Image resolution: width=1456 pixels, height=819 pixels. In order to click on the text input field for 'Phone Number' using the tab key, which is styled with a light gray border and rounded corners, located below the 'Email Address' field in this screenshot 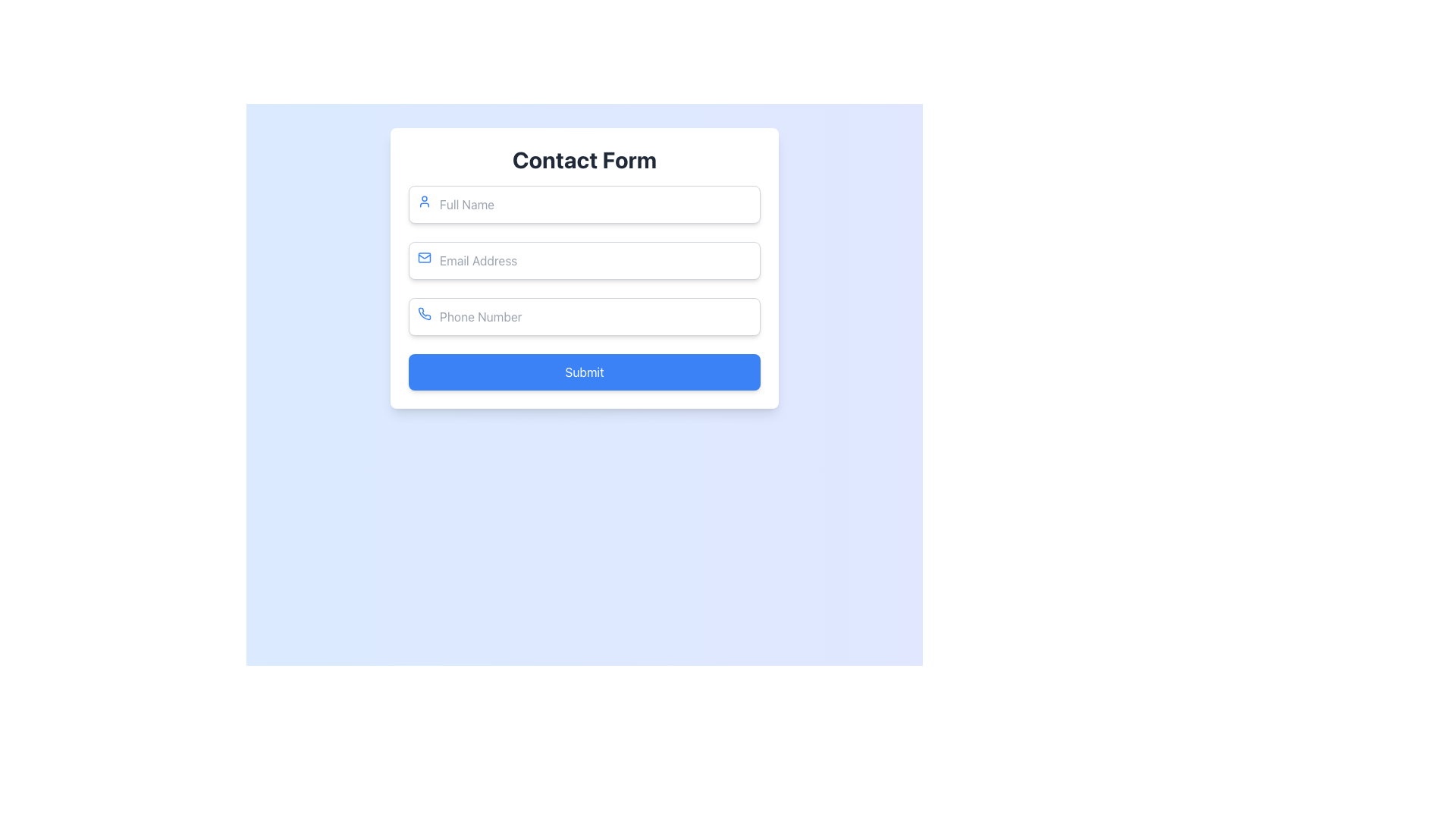, I will do `click(584, 315)`.